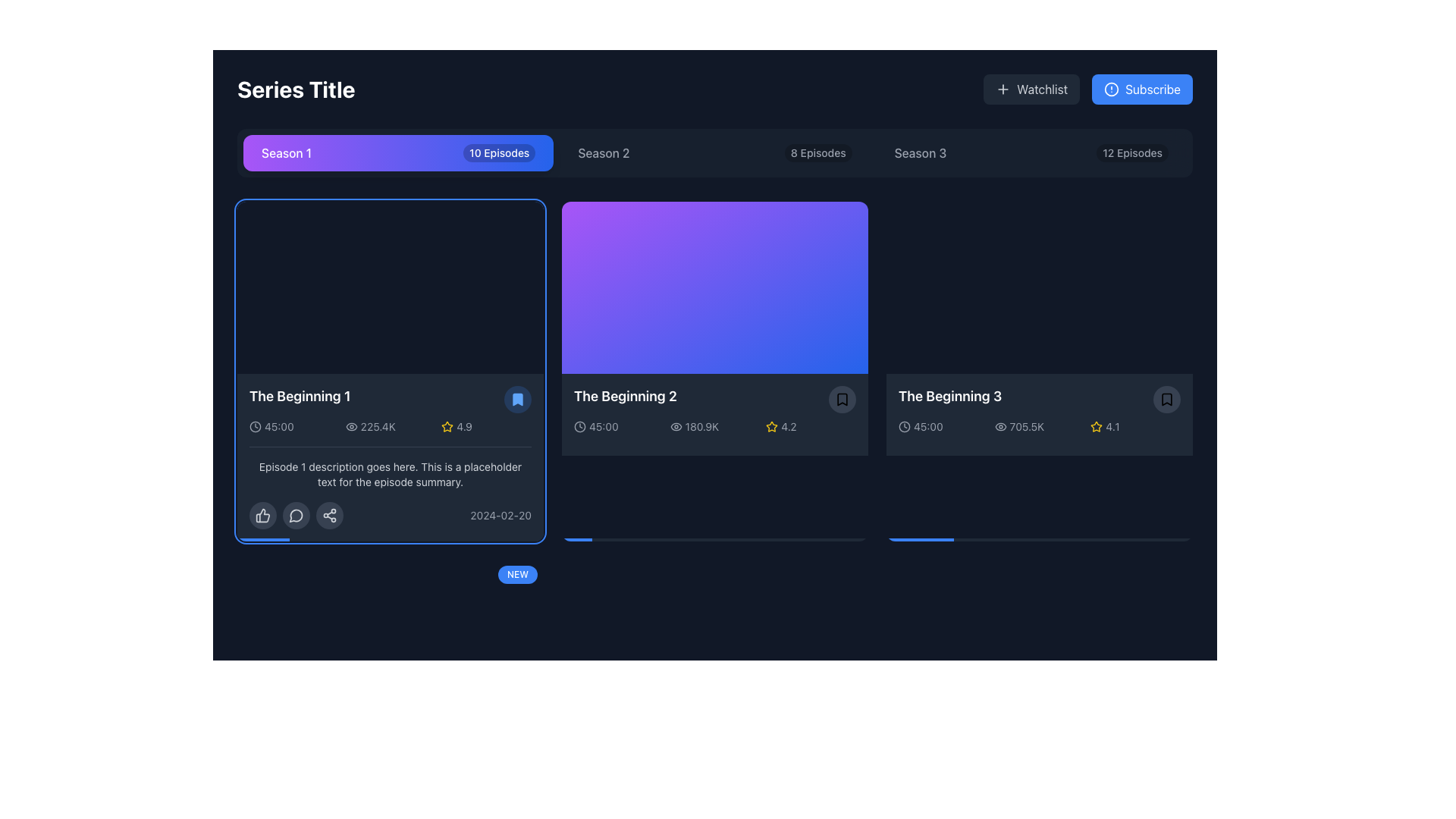  What do you see at coordinates (905, 427) in the screenshot?
I see `the clock icon which is a minimalist dark-themed outlined circular shape with clock hands, located at the beginning of a row for 'The Beginning 3'` at bounding box center [905, 427].